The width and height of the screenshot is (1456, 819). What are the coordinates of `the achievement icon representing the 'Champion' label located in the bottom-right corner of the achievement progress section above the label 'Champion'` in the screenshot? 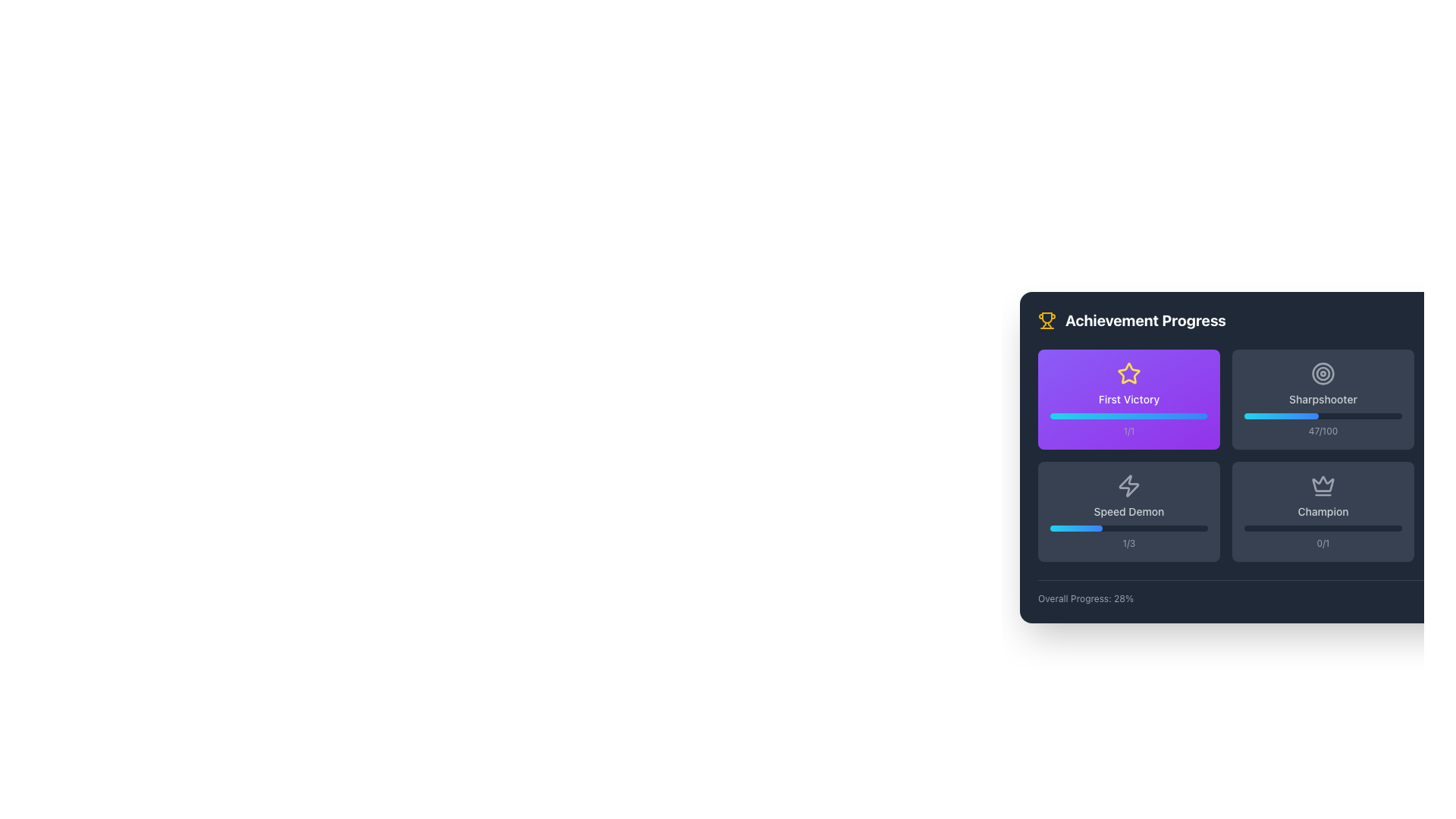 It's located at (1323, 485).